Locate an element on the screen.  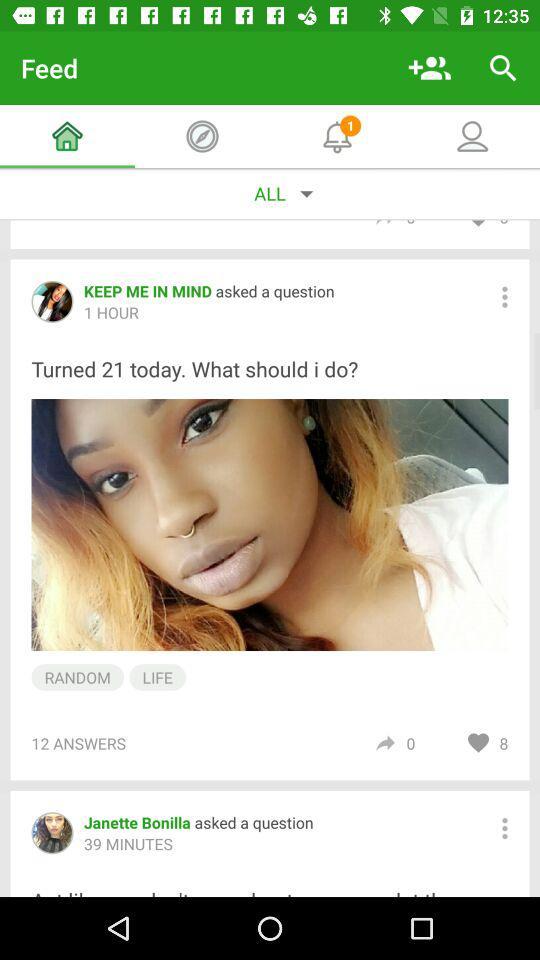
separate menu is located at coordinates (503, 828).